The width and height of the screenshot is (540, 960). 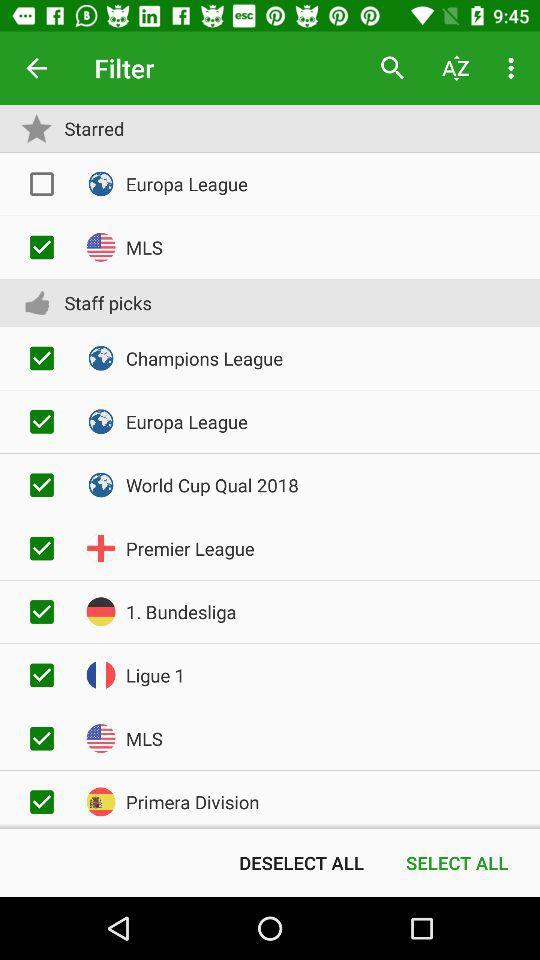 What do you see at coordinates (393, 68) in the screenshot?
I see `the icon to the right of the filter item` at bounding box center [393, 68].